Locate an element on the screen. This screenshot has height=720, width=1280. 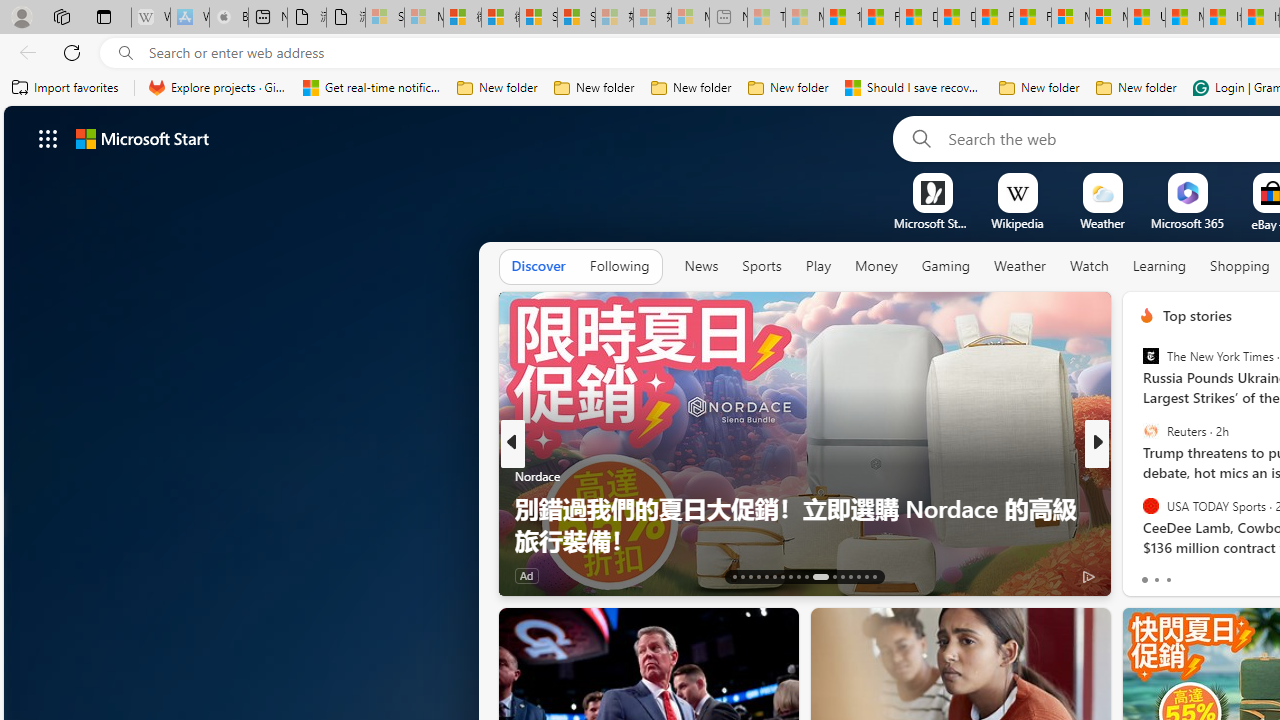
'Watch' is located at coordinates (1088, 266).